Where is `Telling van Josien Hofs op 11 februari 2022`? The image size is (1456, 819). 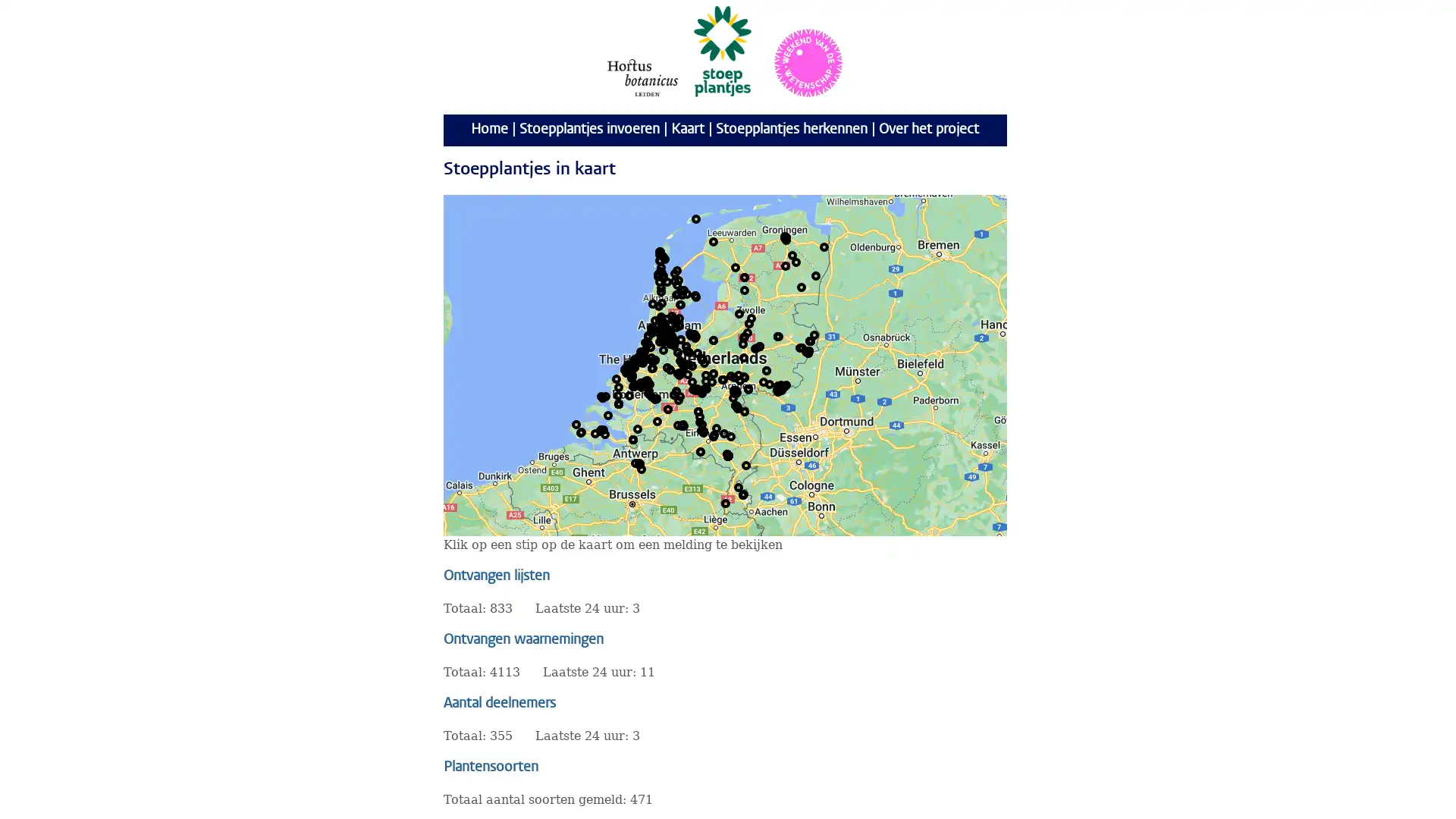 Telling van Josien Hofs op 11 februari 2022 is located at coordinates (640, 383).